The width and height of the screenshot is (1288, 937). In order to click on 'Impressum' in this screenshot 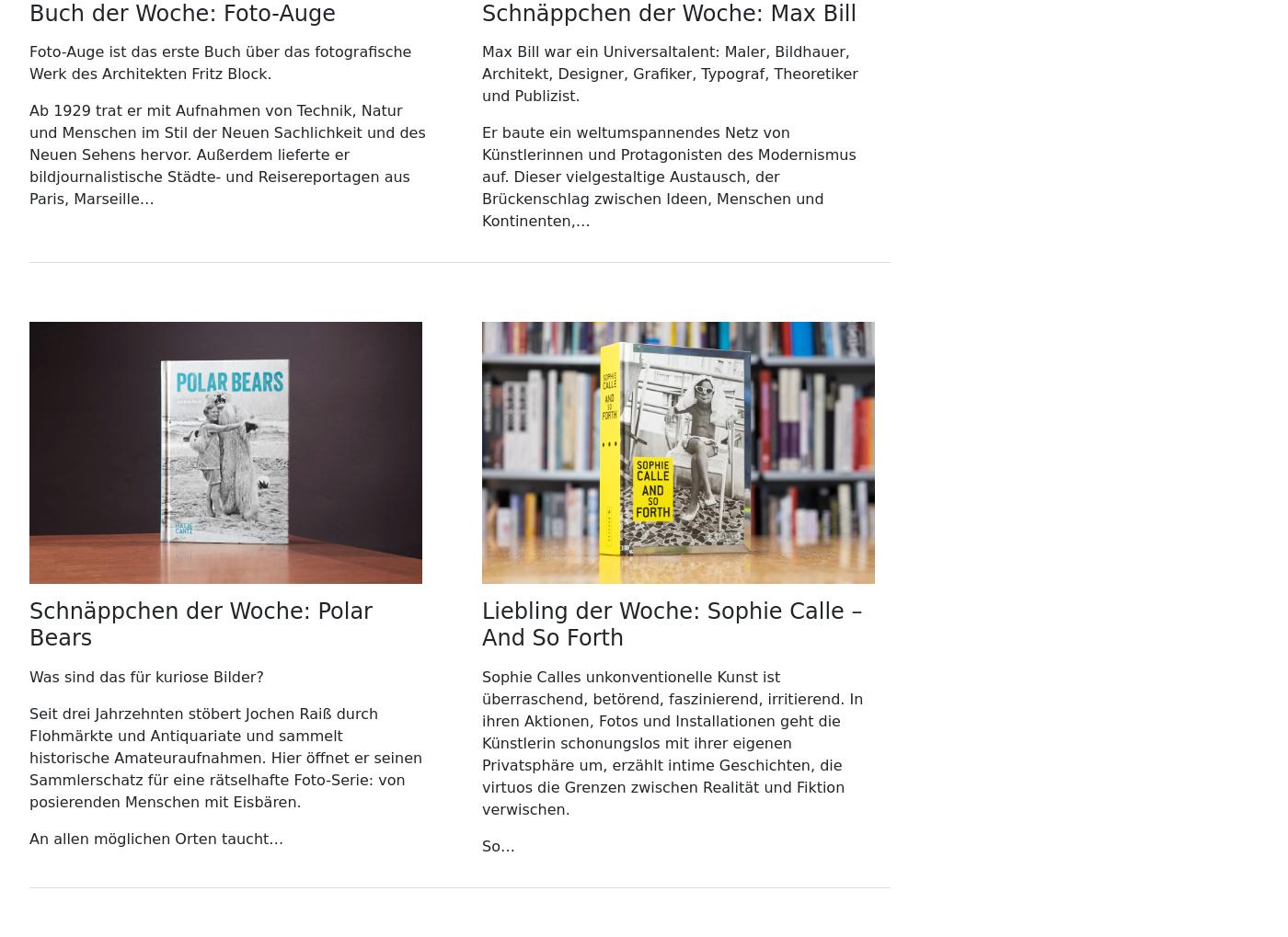, I will do `click(70, 109)`.